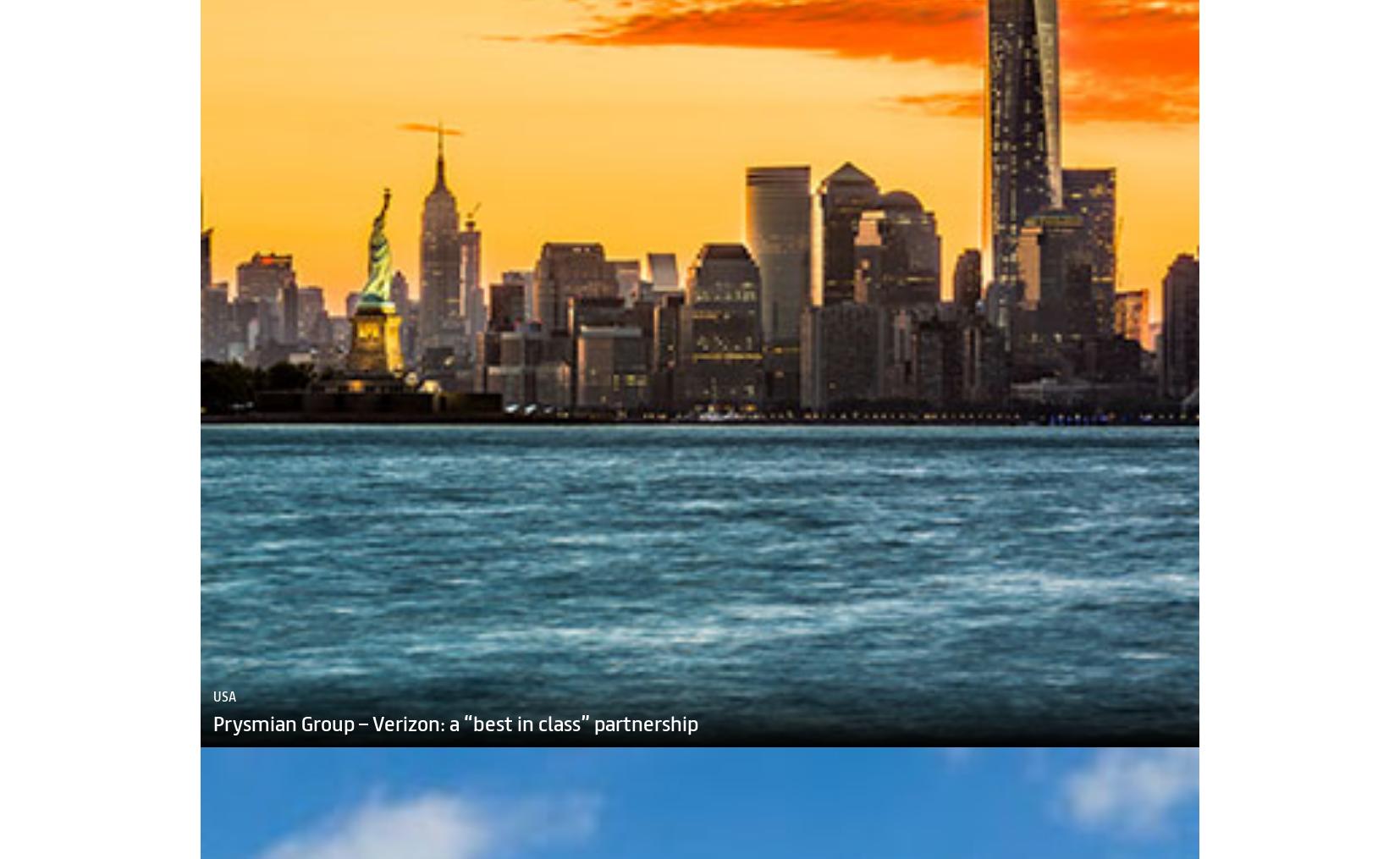 Image resolution: width=1400 pixels, height=859 pixels. What do you see at coordinates (245, 618) in the screenshot?
I see `'Middle East'` at bounding box center [245, 618].